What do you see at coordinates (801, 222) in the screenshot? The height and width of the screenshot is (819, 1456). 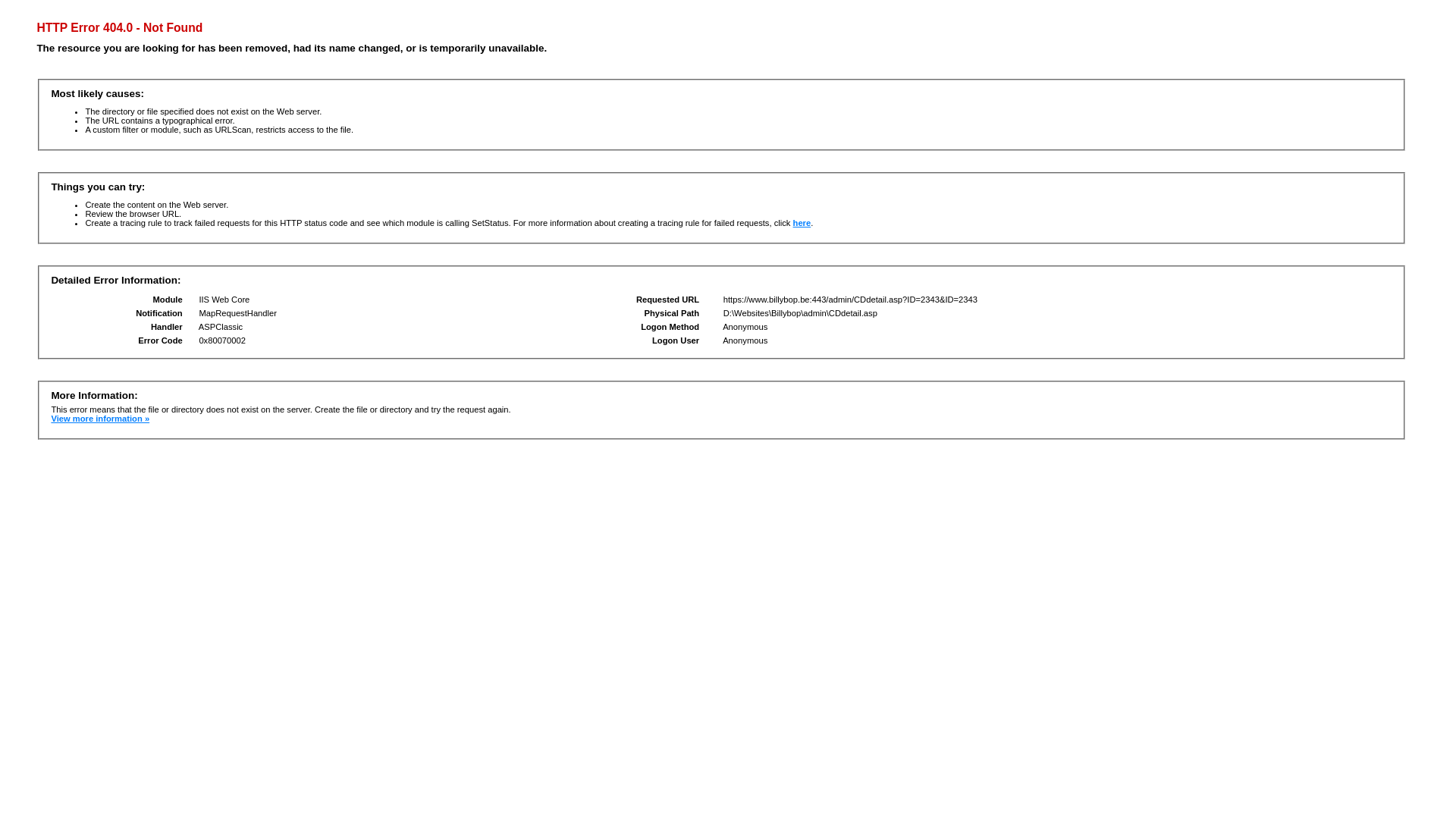 I see `'here'` at bounding box center [801, 222].